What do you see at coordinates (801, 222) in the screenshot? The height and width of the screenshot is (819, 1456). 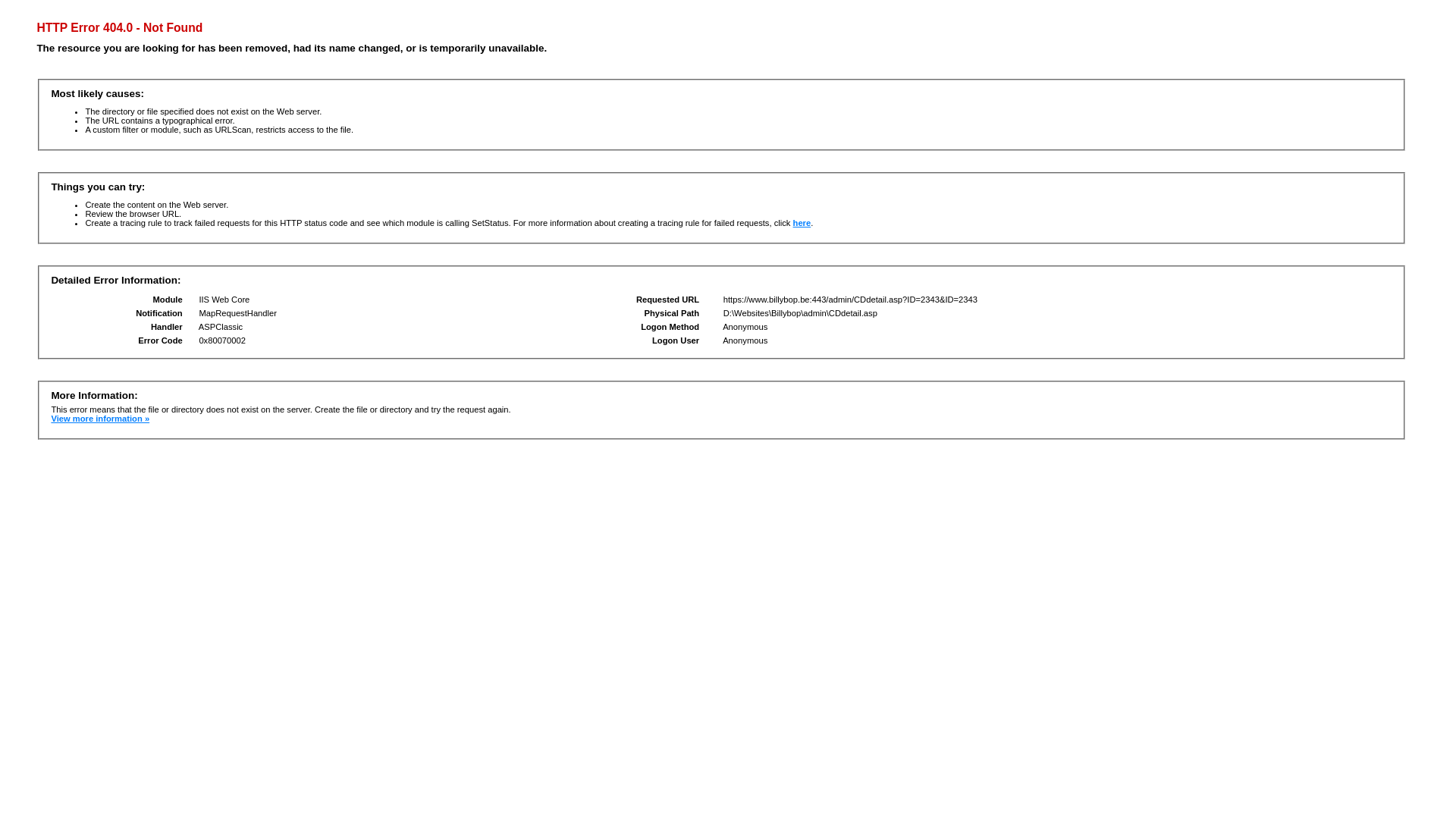 I see `'here'` at bounding box center [801, 222].